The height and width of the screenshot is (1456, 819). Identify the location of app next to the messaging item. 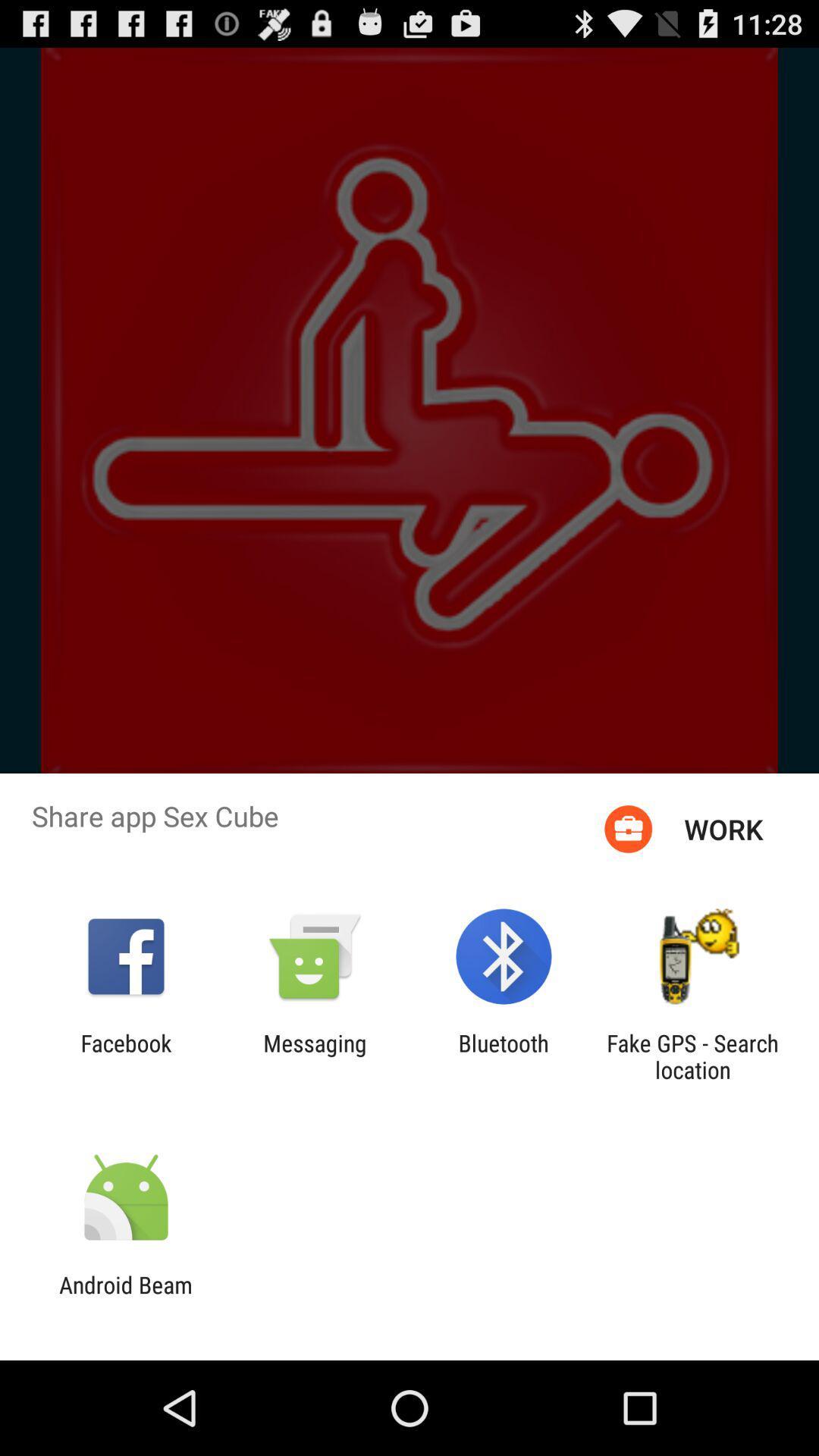
(125, 1056).